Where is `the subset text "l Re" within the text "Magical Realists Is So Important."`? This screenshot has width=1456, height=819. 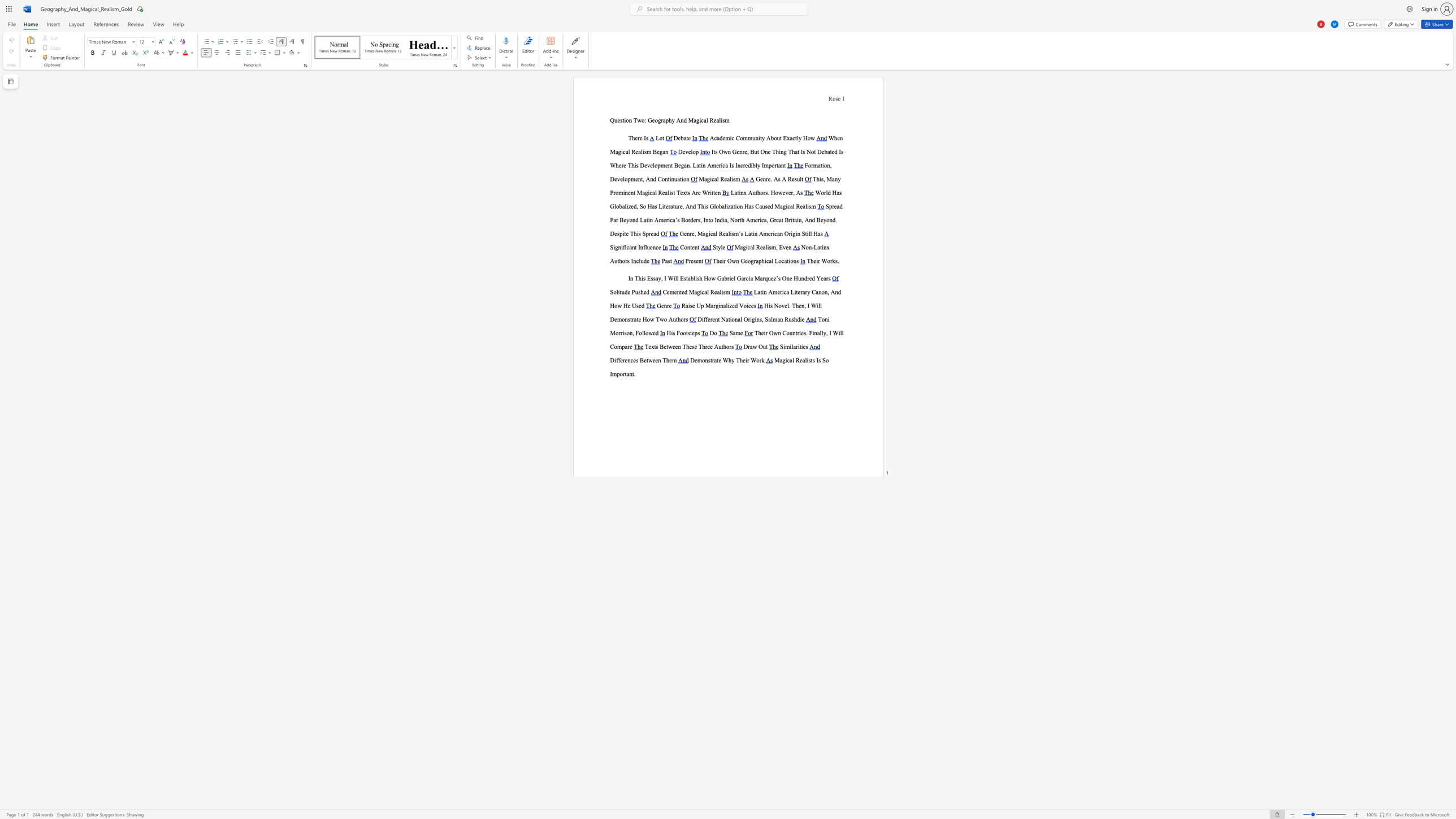
the subset text "l Re" within the text "Magical Realists Is So Important." is located at coordinates (792, 359).